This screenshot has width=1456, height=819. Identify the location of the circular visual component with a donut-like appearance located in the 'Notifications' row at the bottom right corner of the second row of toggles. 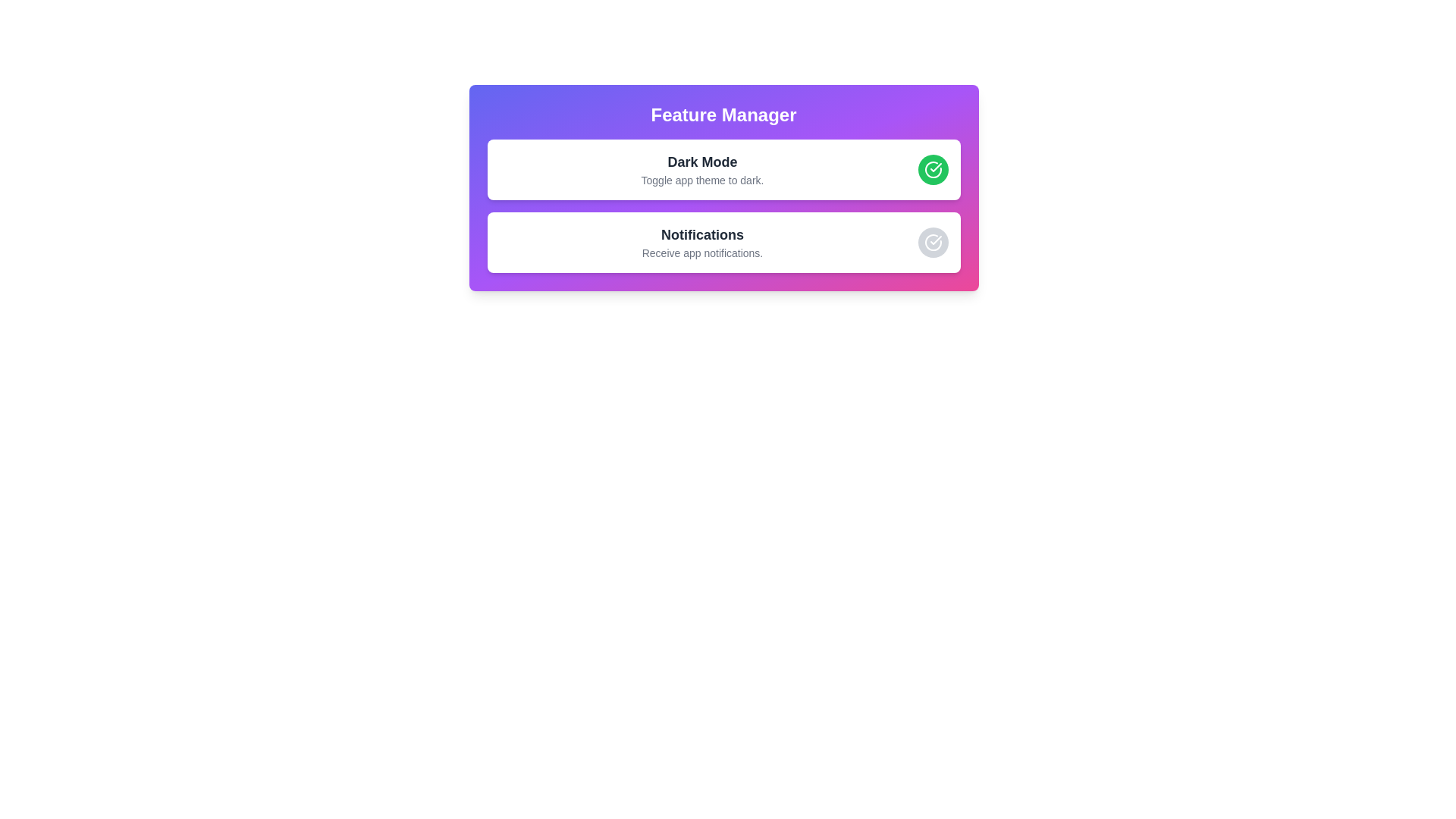
(932, 242).